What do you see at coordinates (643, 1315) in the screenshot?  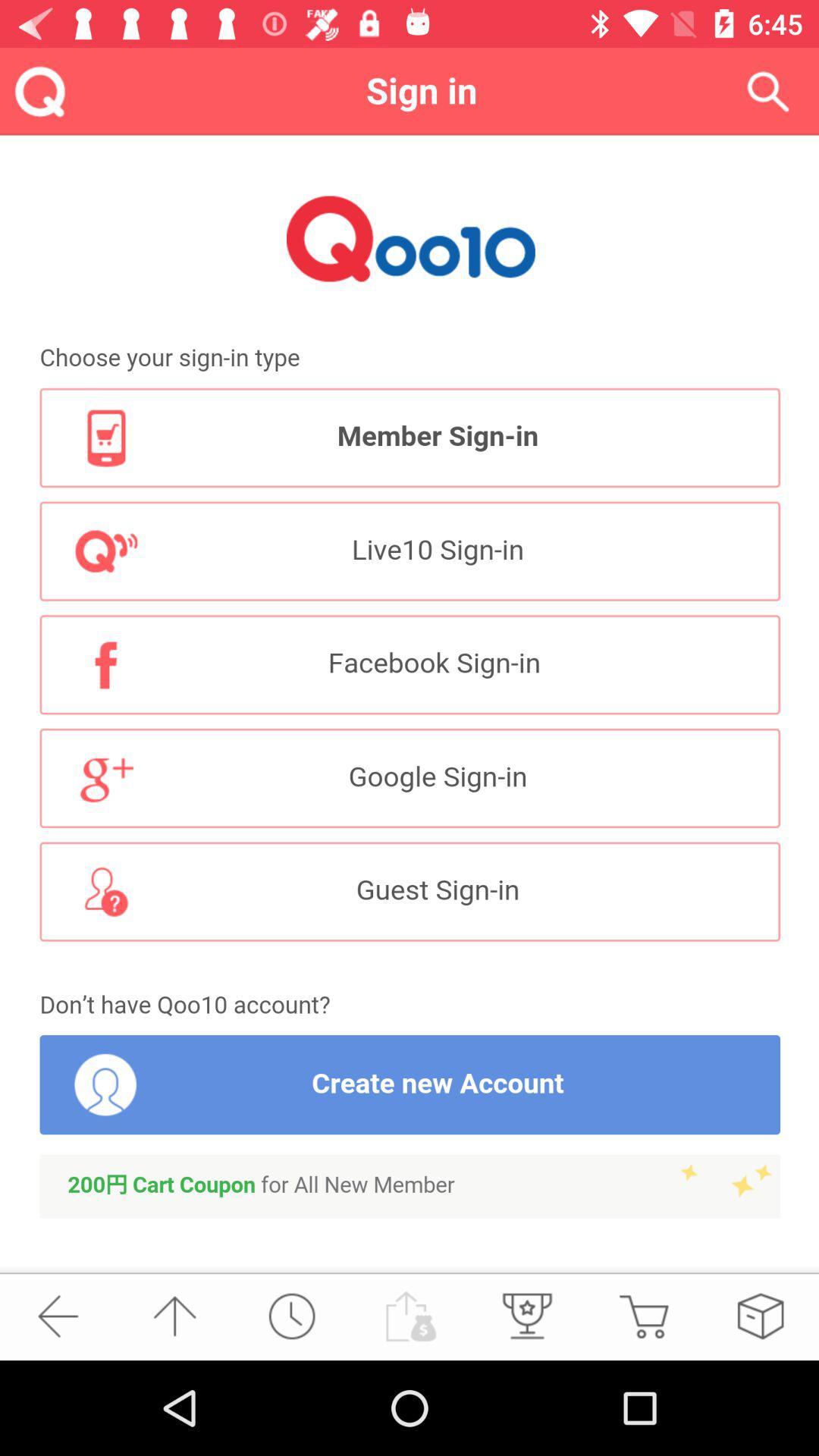 I see `the cart icon` at bounding box center [643, 1315].